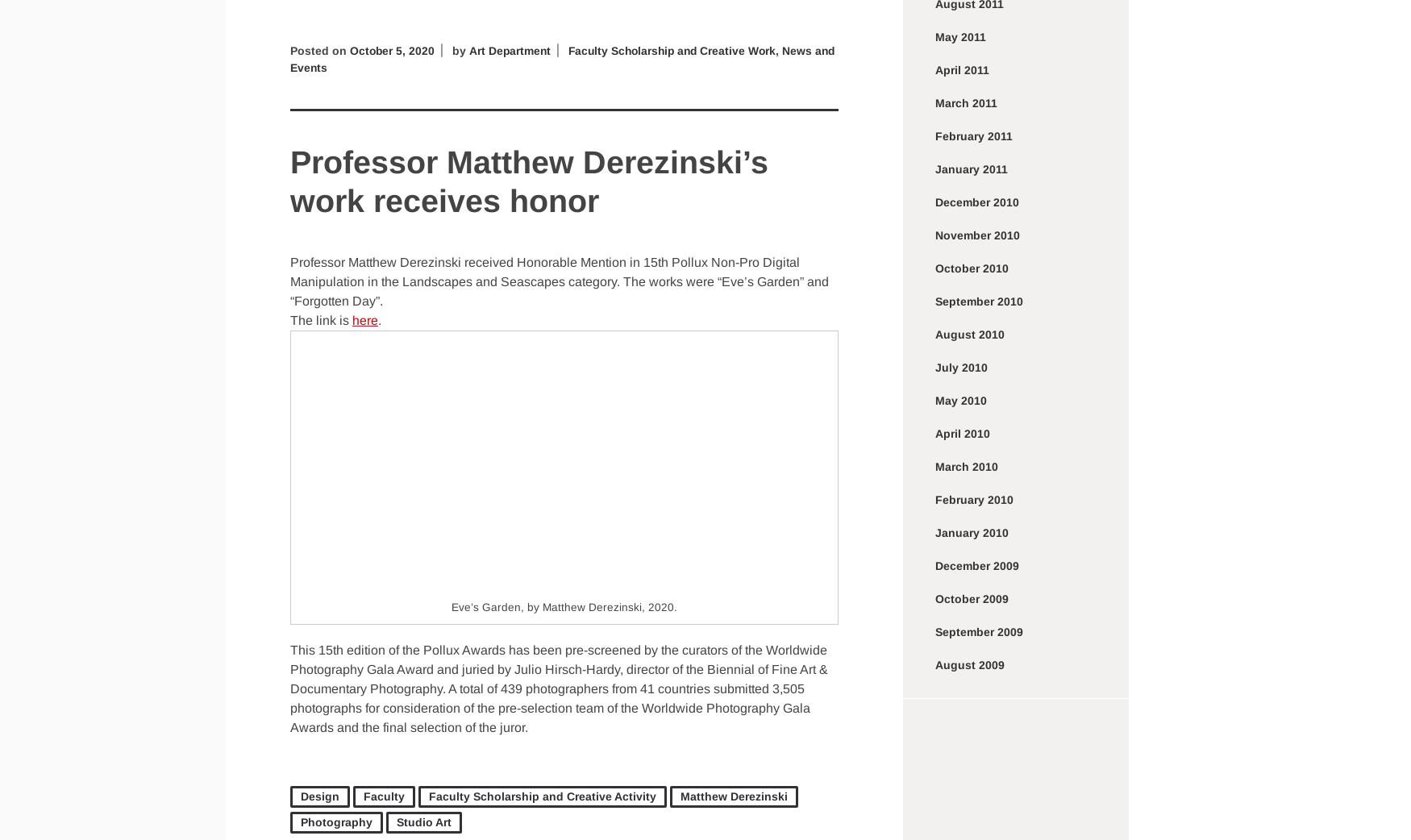 The height and width of the screenshot is (840, 1411). What do you see at coordinates (542, 795) in the screenshot?
I see `'Faculty Scholarship and Creative Activity'` at bounding box center [542, 795].